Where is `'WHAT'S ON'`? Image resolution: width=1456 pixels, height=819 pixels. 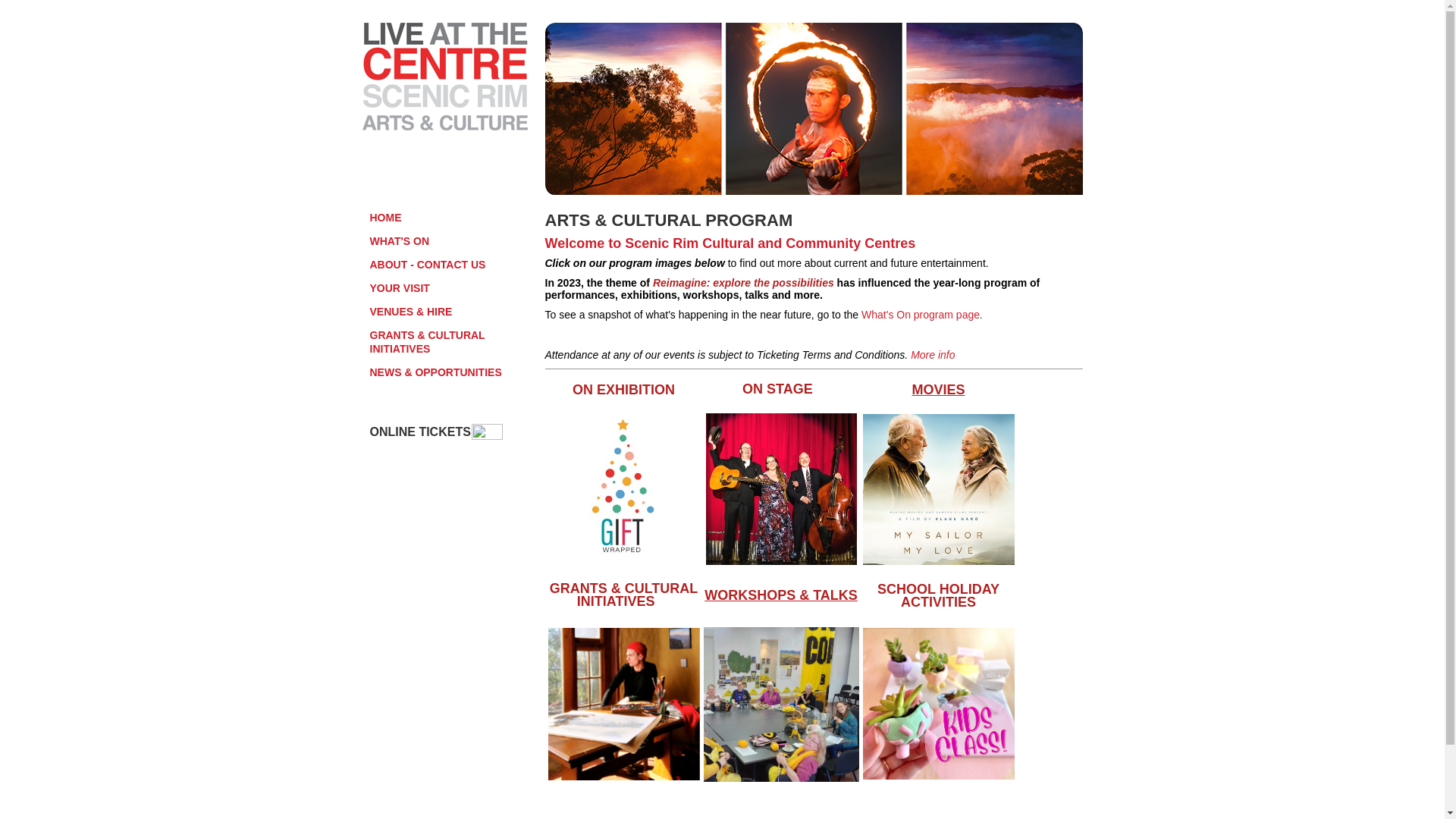 'WHAT'S ON' is located at coordinates (450, 240).